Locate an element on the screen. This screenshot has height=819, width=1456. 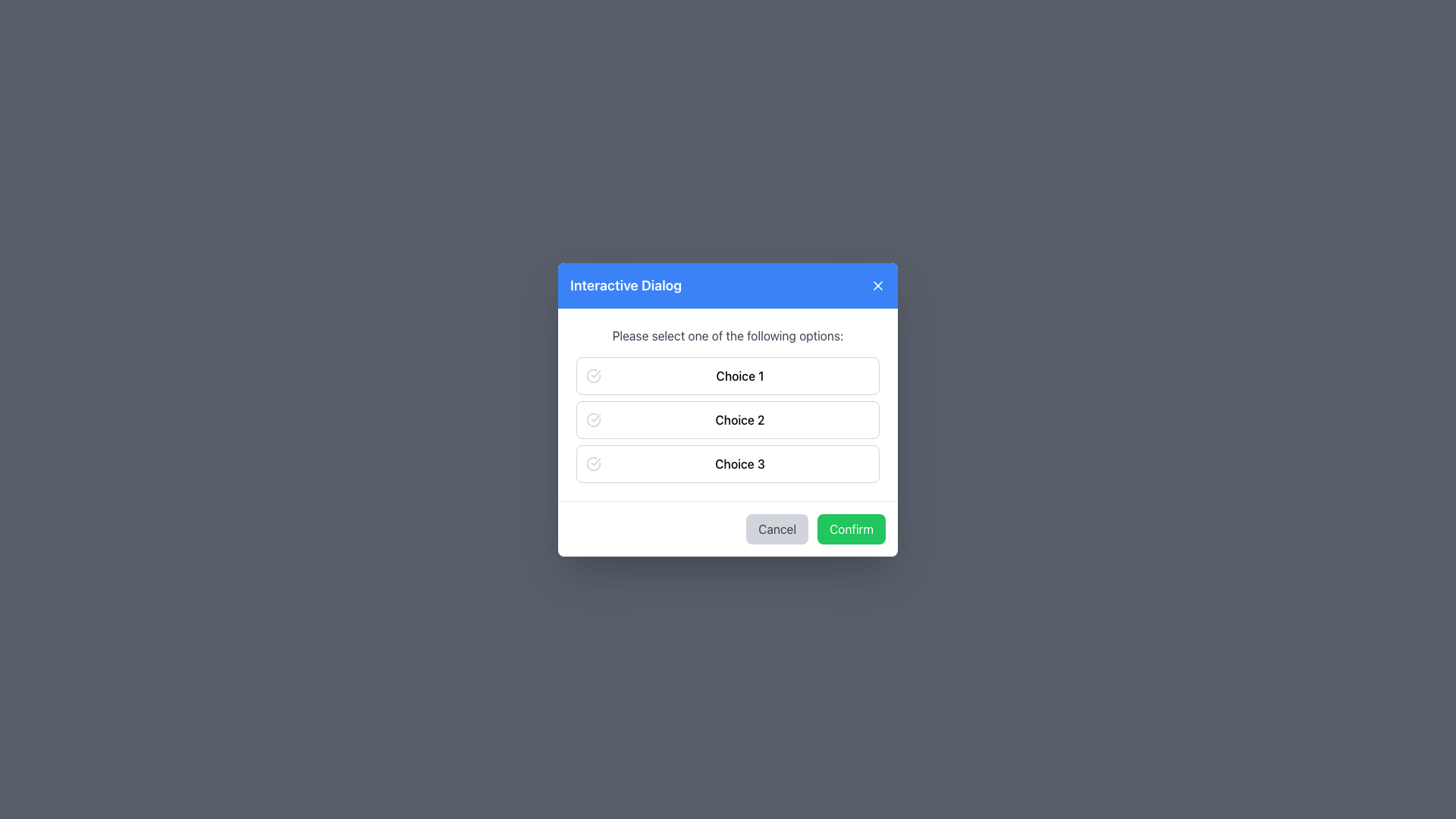
the 'Interactive Dialog' text label, which is prominently displayed in bold white font on a blue background at the top of a dialog box is located at coordinates (626, 285).